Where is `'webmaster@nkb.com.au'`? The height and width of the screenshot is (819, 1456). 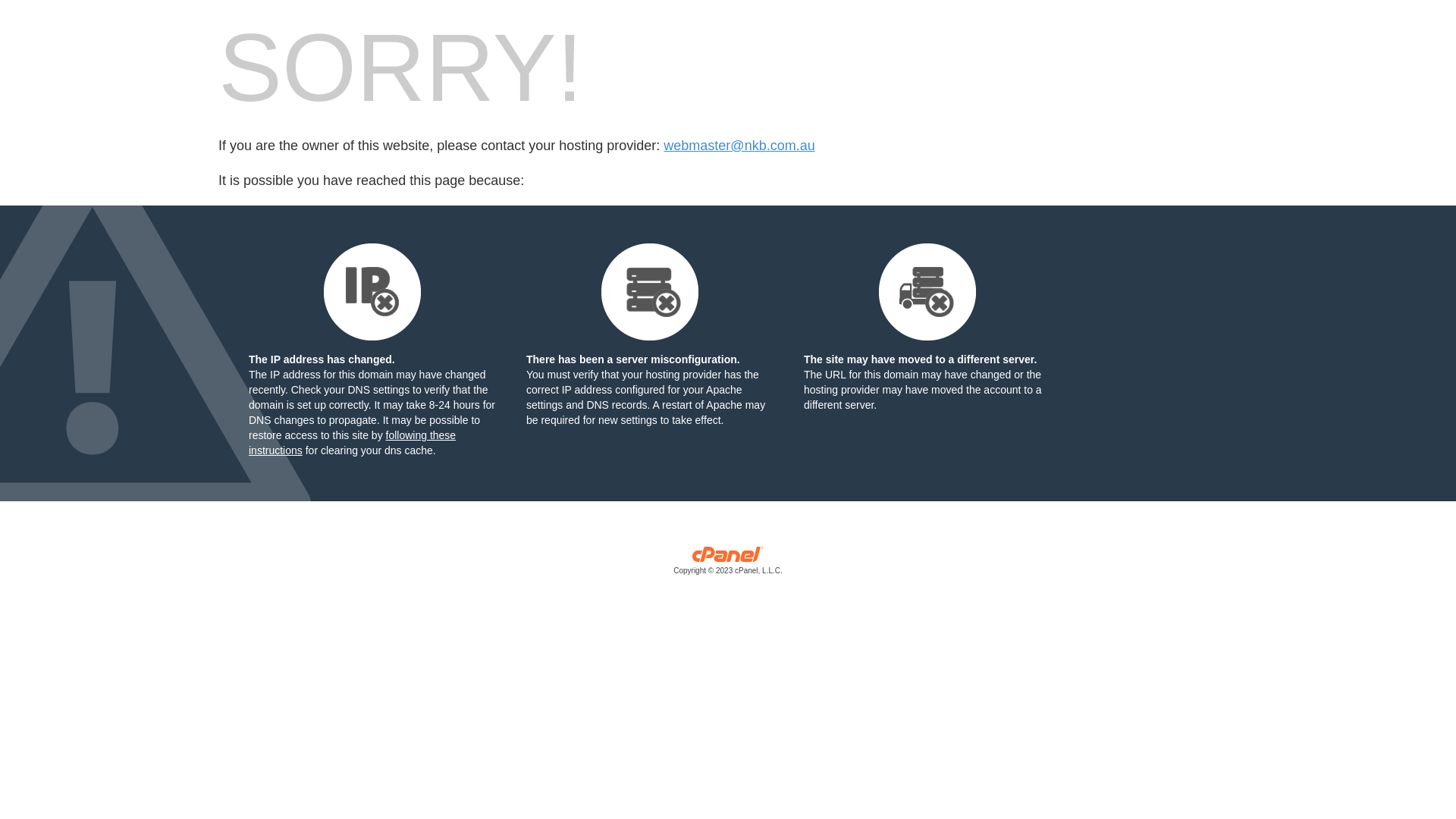 'webmaster@nkb.com.au' is located at coordinates (663, 146).